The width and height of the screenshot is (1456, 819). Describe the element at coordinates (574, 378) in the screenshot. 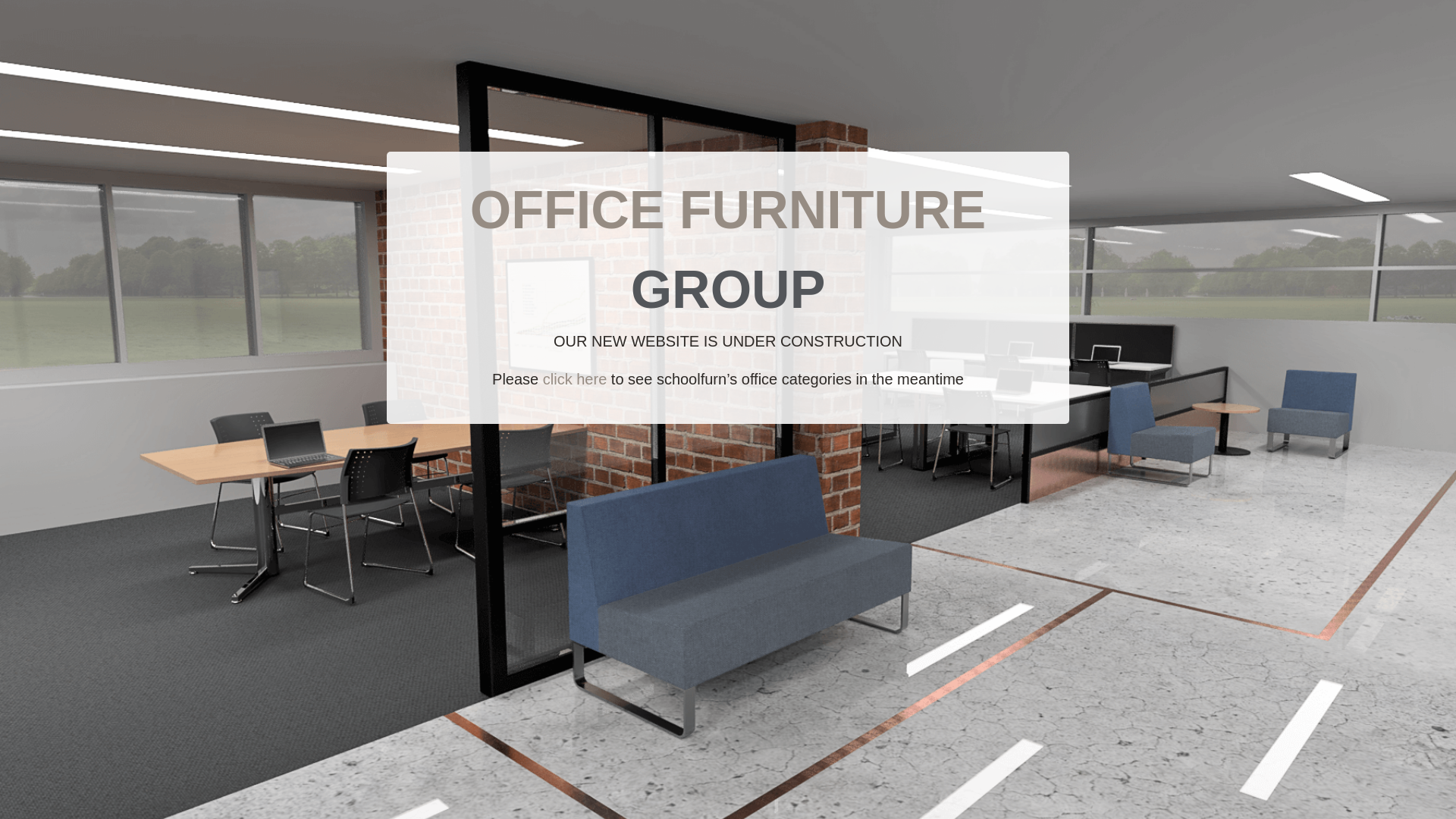

I see `'click here'` at that location.